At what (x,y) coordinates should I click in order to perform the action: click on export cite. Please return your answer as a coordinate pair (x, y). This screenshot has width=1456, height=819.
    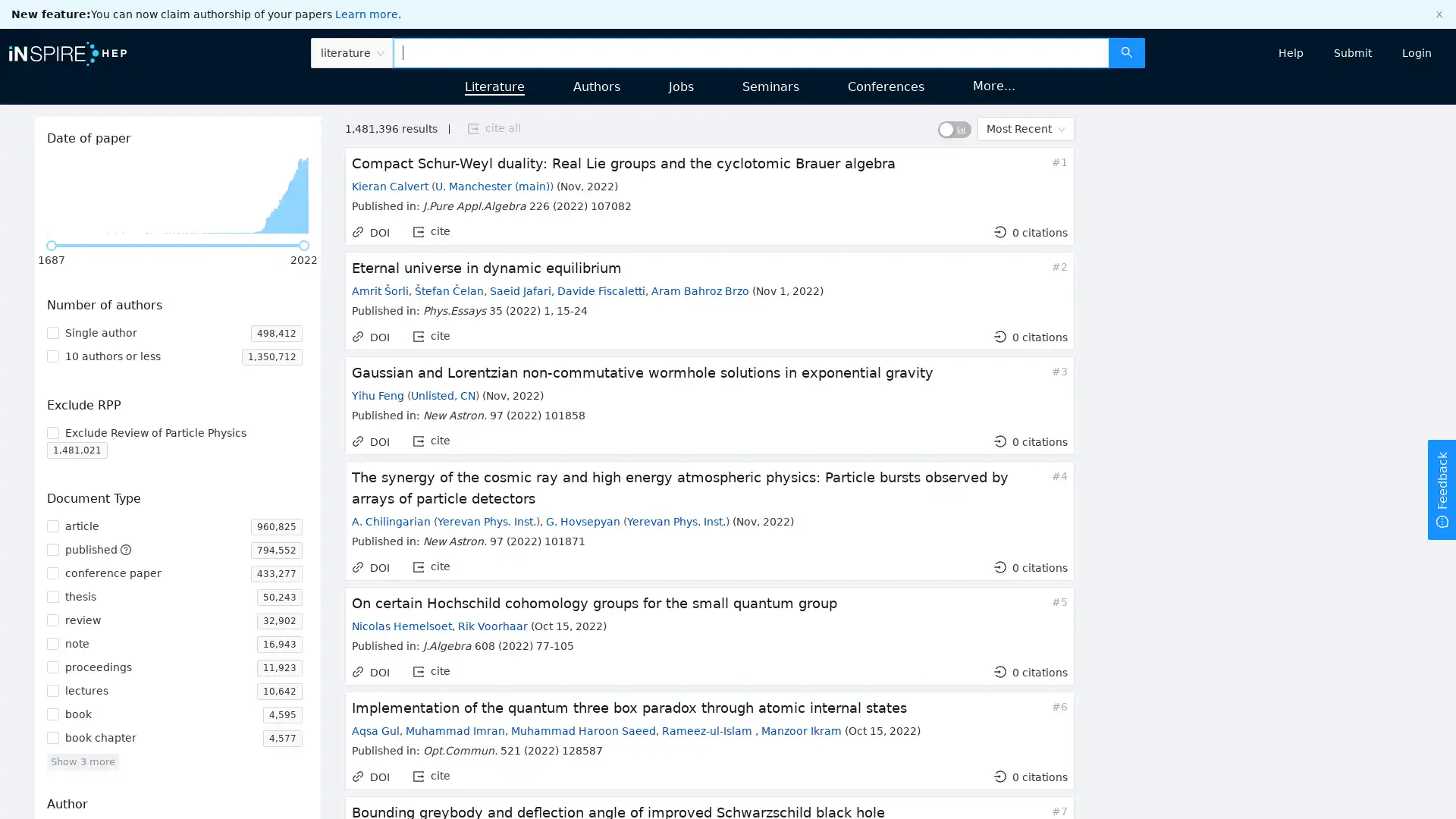
    Looking at the image, I should click on (429, 776).